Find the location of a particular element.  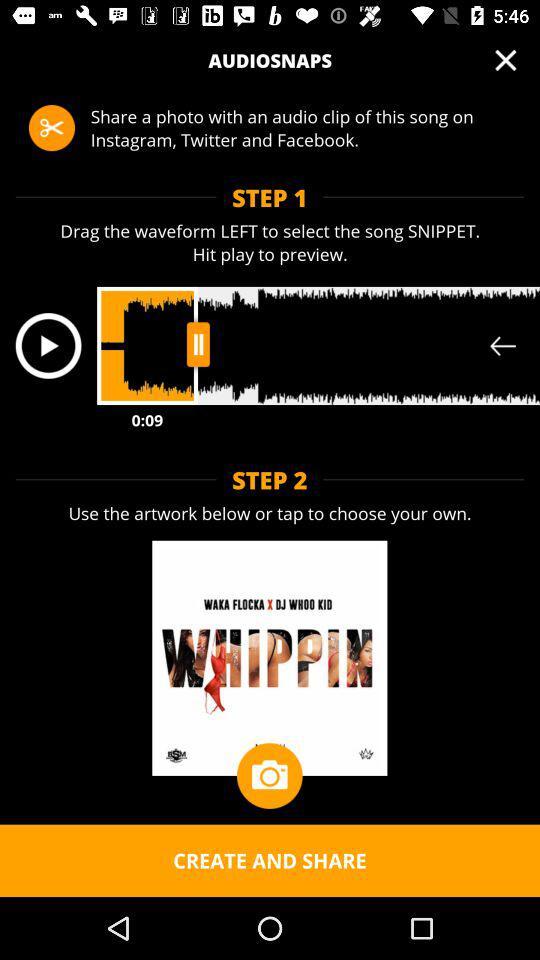

tap the close icon is located at coordinates (504, 59).